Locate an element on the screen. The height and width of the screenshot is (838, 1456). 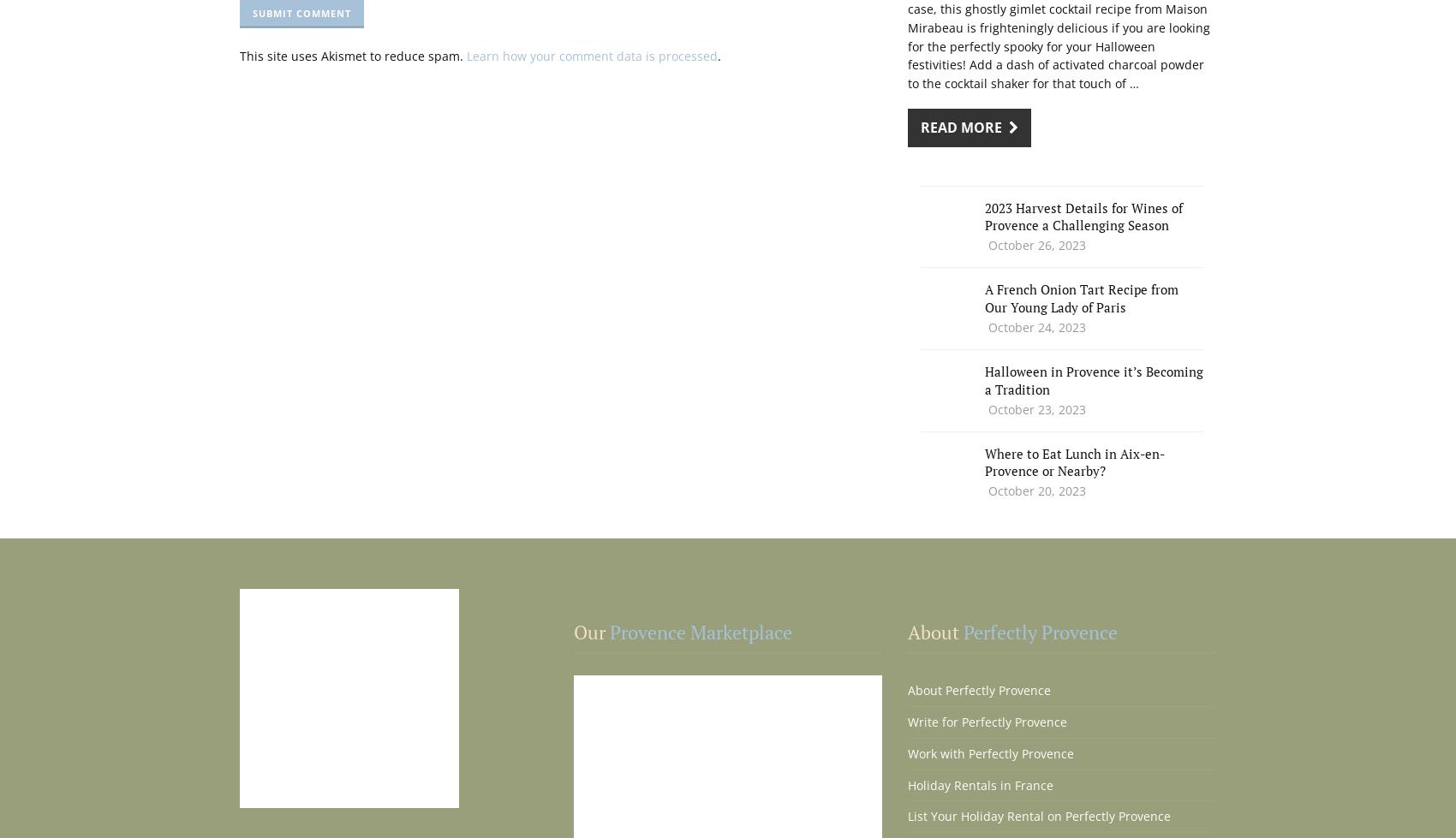
'READ MORE' is located at coordinates (964, 127).